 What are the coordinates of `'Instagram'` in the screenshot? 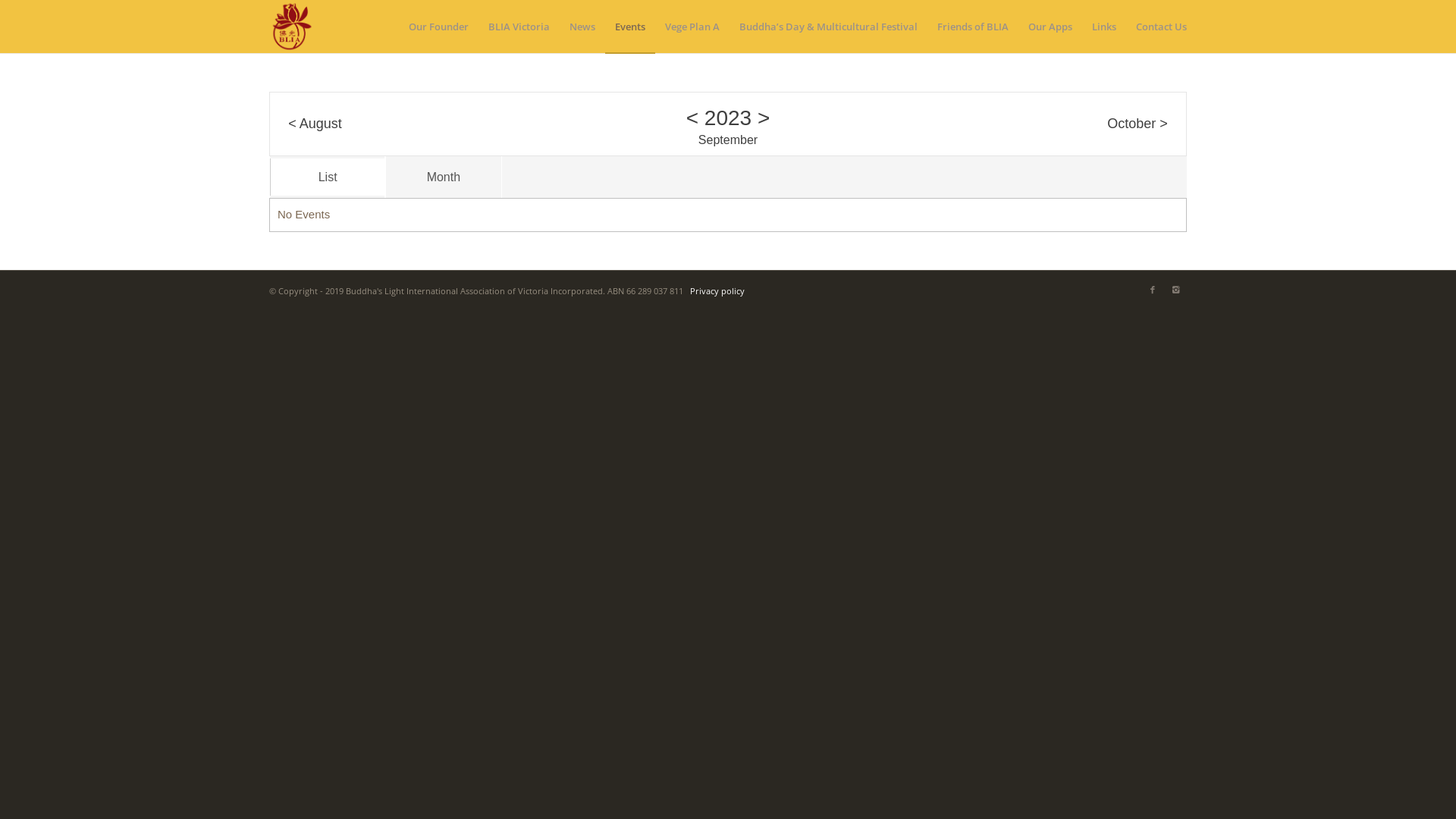 It's located at (1163, 289).